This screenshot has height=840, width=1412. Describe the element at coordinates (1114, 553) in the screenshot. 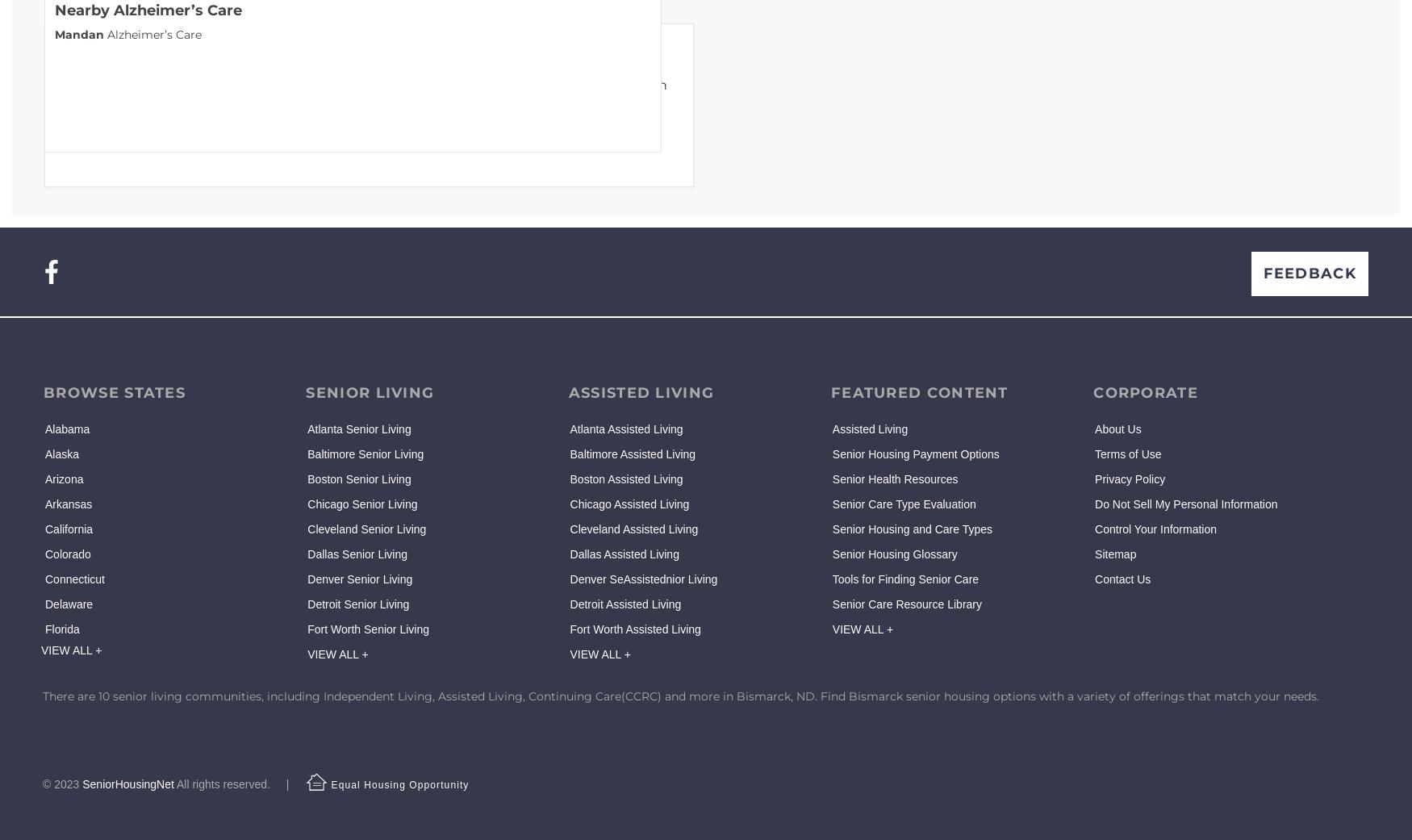

I see `'Sitemap'` at that location.